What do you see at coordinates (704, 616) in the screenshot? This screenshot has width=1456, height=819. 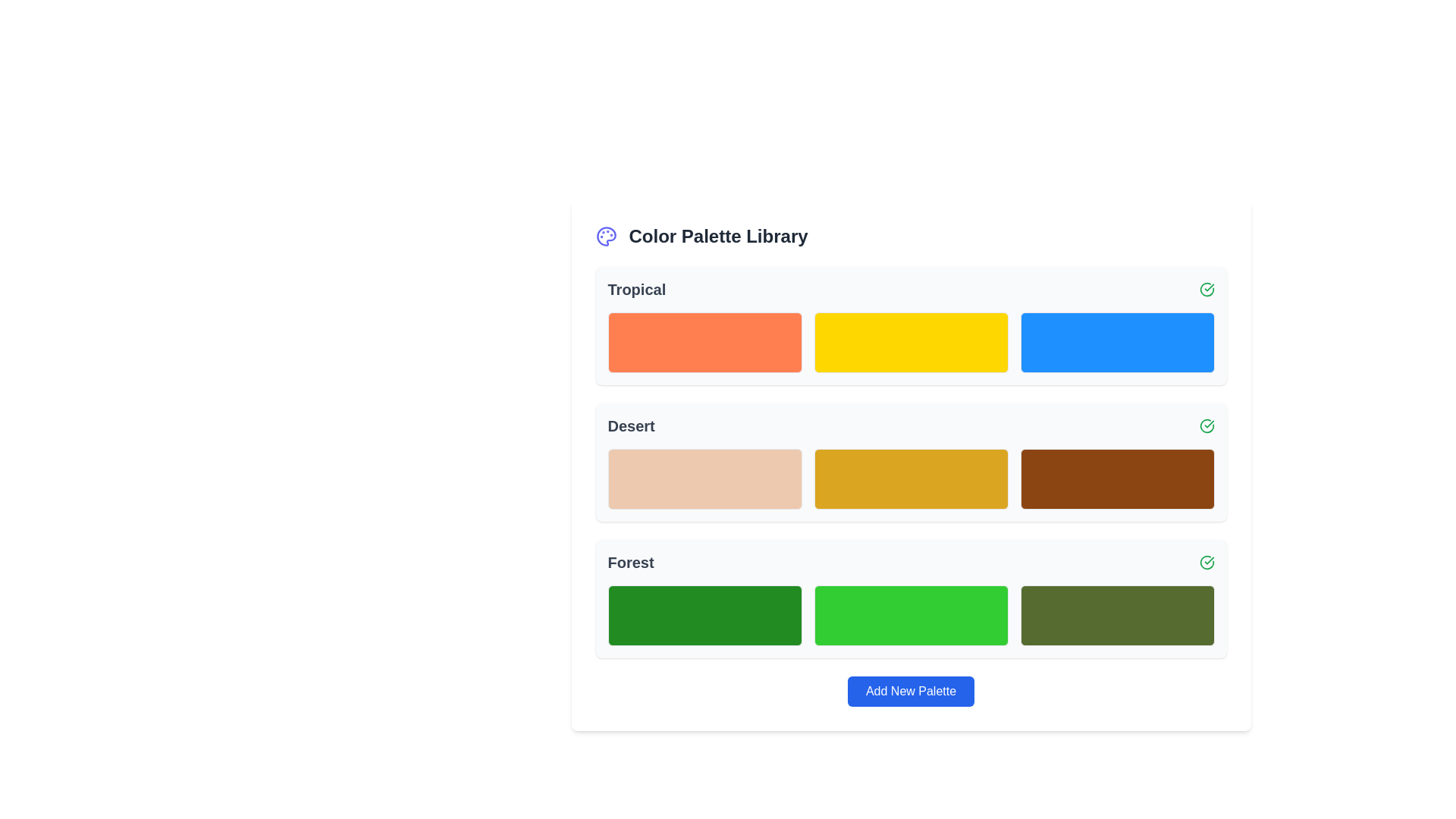 I see `the first horizontally elongated rectangle filled with a solid forest green color in the 'Forest' section of the 'Color Palette Library' interface` at bounding box center [704, 616].